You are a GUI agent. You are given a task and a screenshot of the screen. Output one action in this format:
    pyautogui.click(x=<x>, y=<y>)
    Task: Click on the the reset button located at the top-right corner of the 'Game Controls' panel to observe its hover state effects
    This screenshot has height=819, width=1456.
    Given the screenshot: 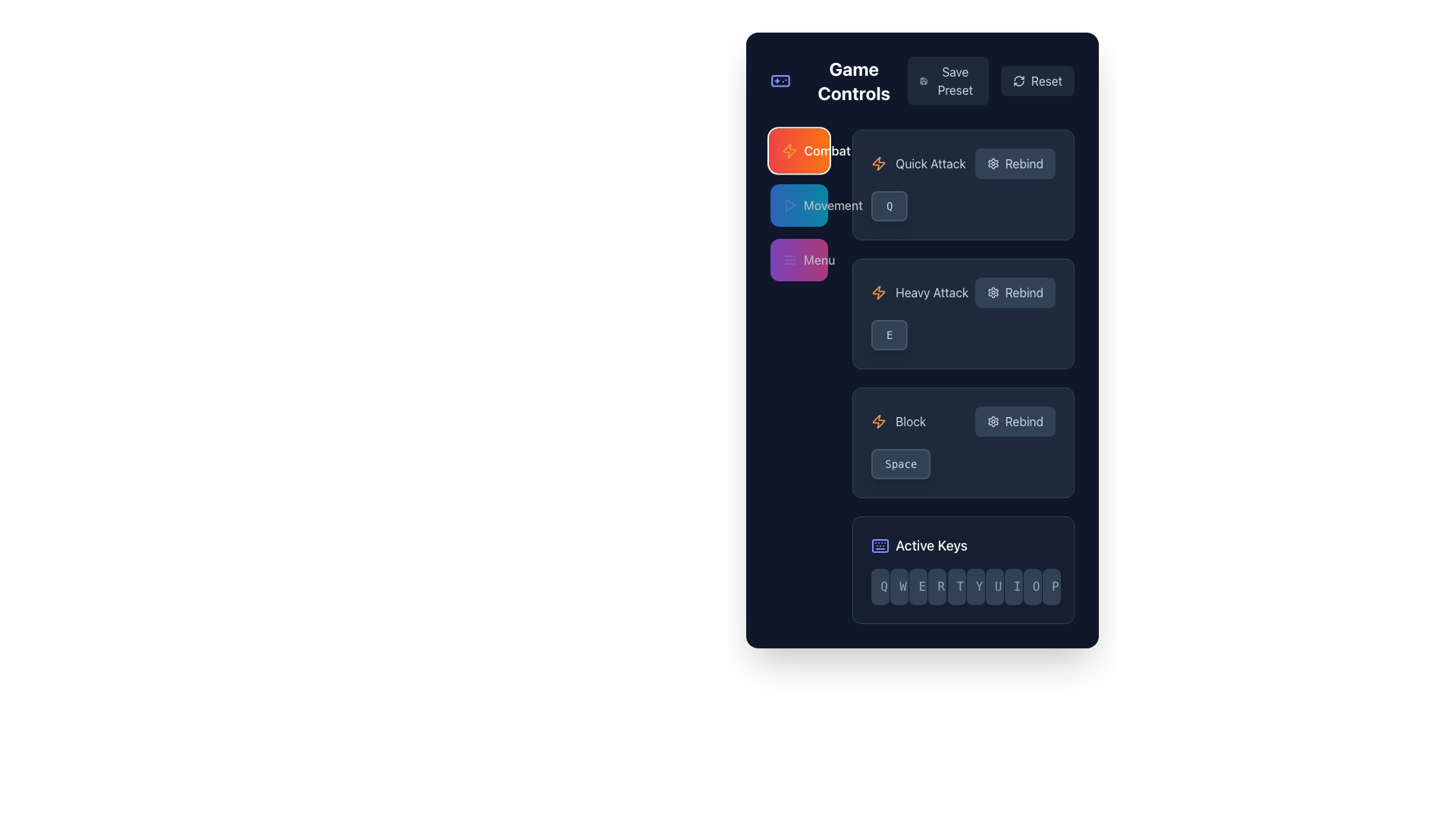 What is the action you would take?
    pyautogui.click(x=1037, y=81)
    